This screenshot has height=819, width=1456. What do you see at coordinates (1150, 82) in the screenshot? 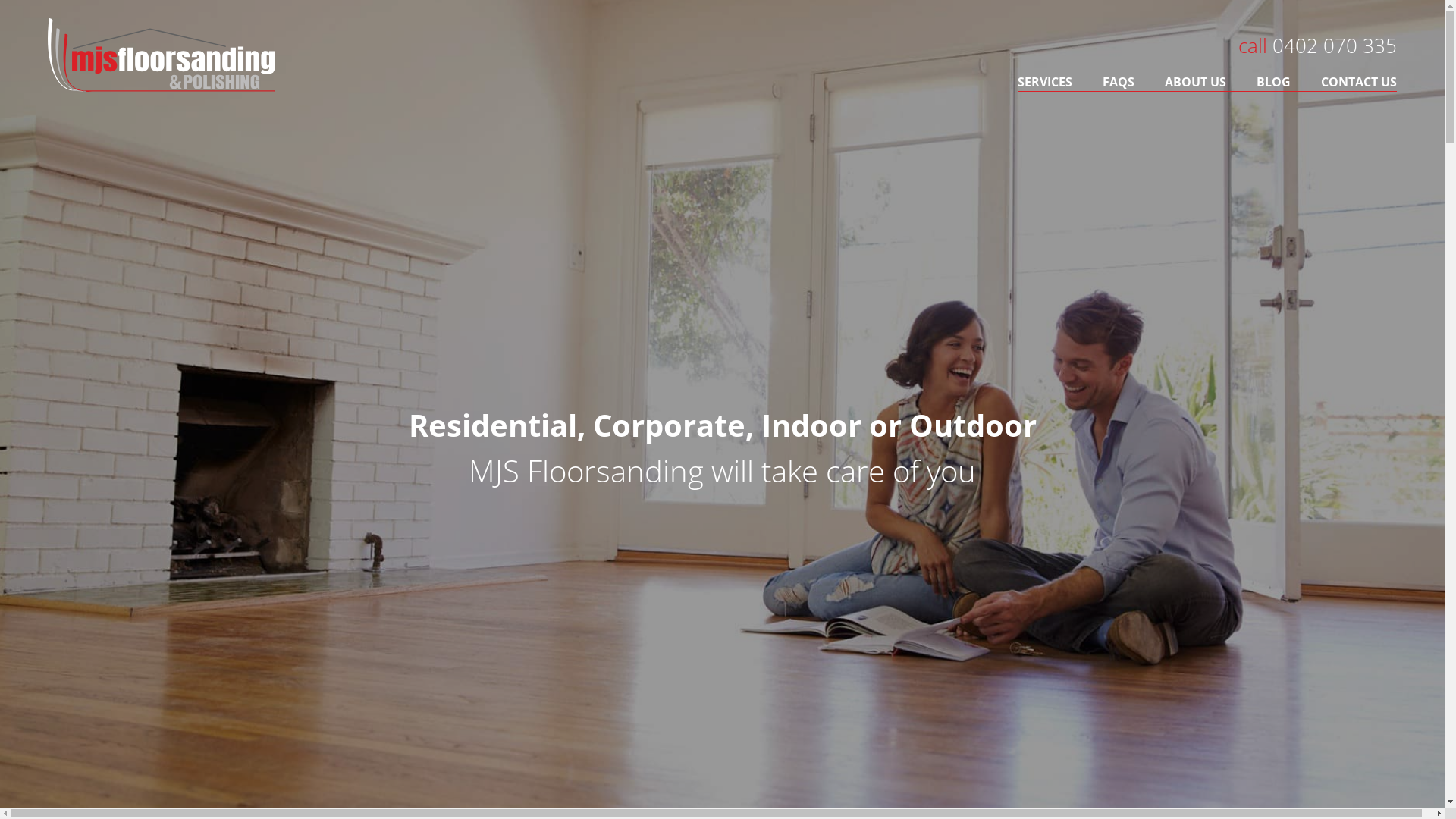
I see `'ABOUT US'` at bounding box center [1150, 82].